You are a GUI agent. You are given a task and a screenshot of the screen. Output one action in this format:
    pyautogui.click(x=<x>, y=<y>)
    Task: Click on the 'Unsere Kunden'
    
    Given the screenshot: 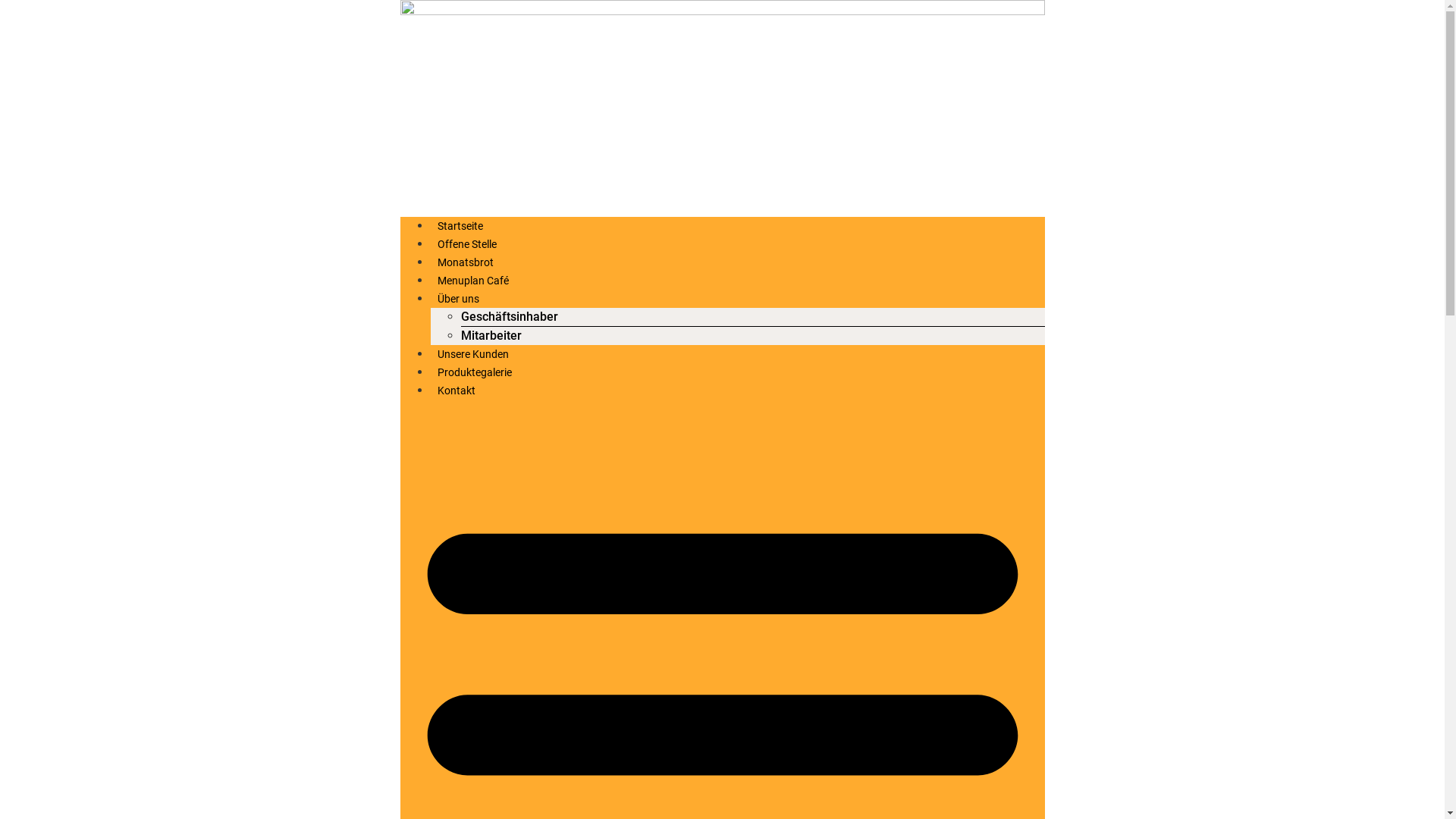 What is the action you would take?
    pyautogui.click(x=429, y=353)
    